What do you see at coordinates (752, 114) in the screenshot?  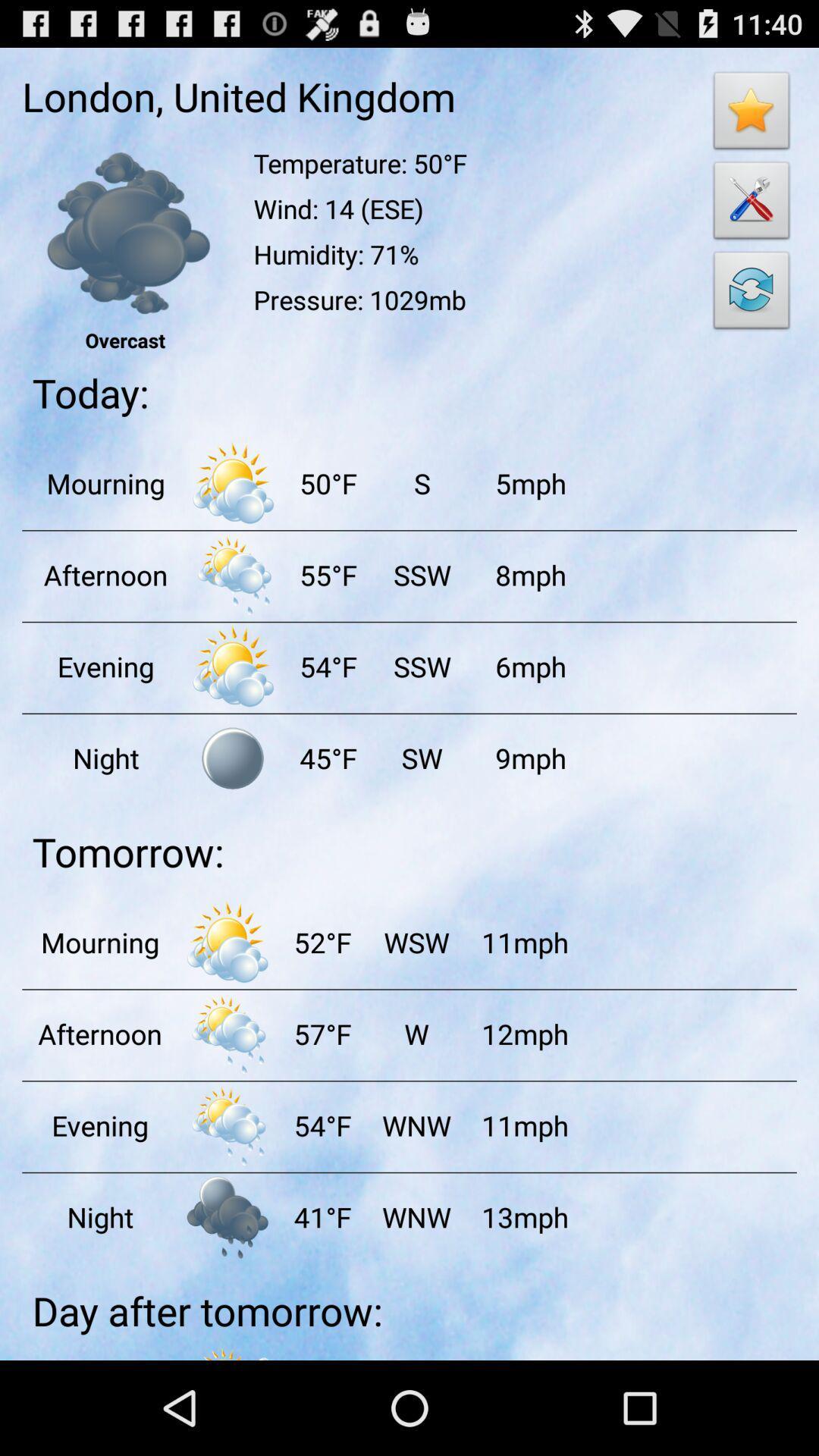 I see `star rating` at bounding box center [752, 114].